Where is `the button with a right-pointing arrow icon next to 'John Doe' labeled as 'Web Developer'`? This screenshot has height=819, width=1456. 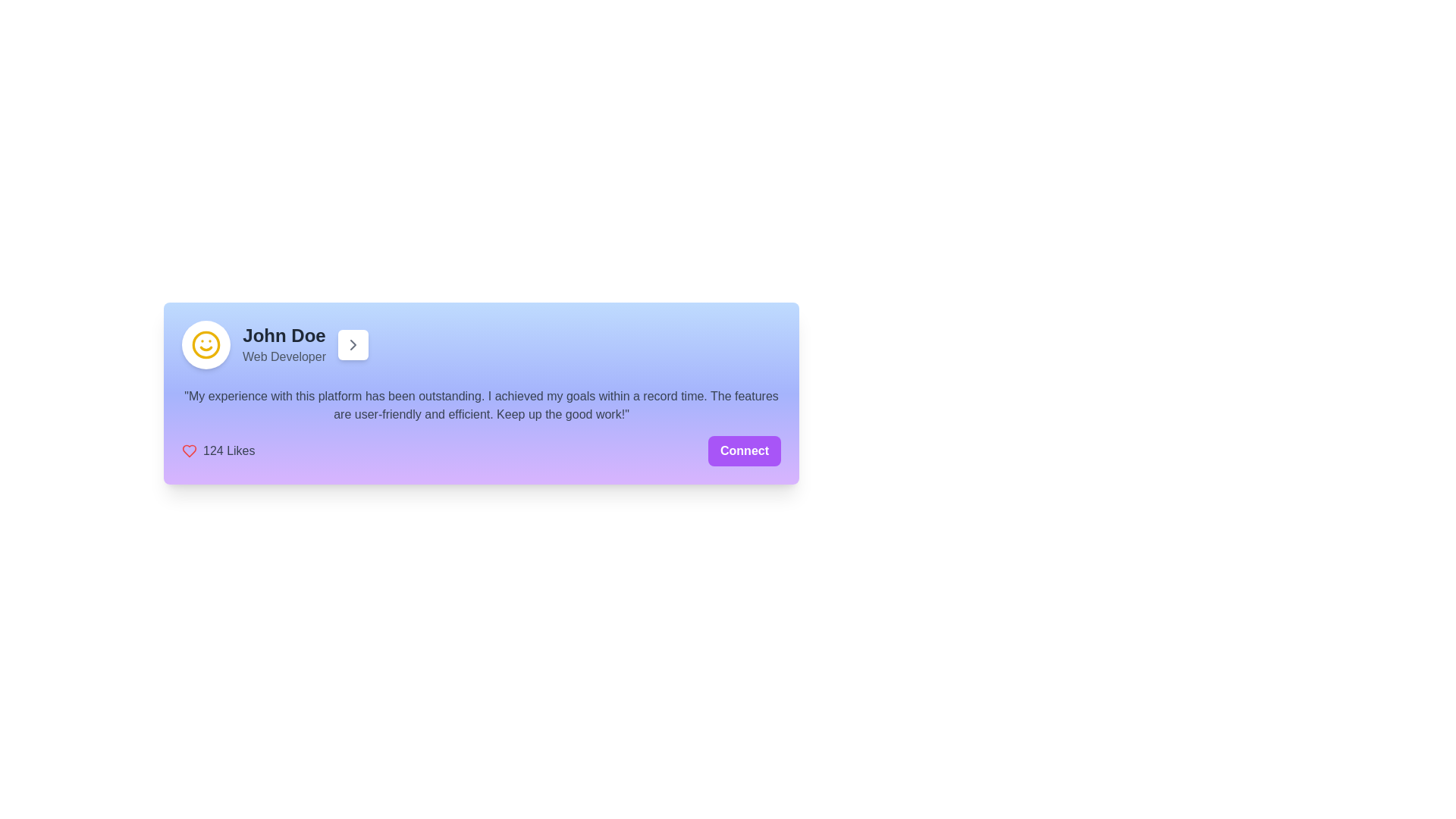
the button with a right-pointing arrow icon next to 'John Doe' labeled as 'Web Developer' is located at coordinates (352, 345).